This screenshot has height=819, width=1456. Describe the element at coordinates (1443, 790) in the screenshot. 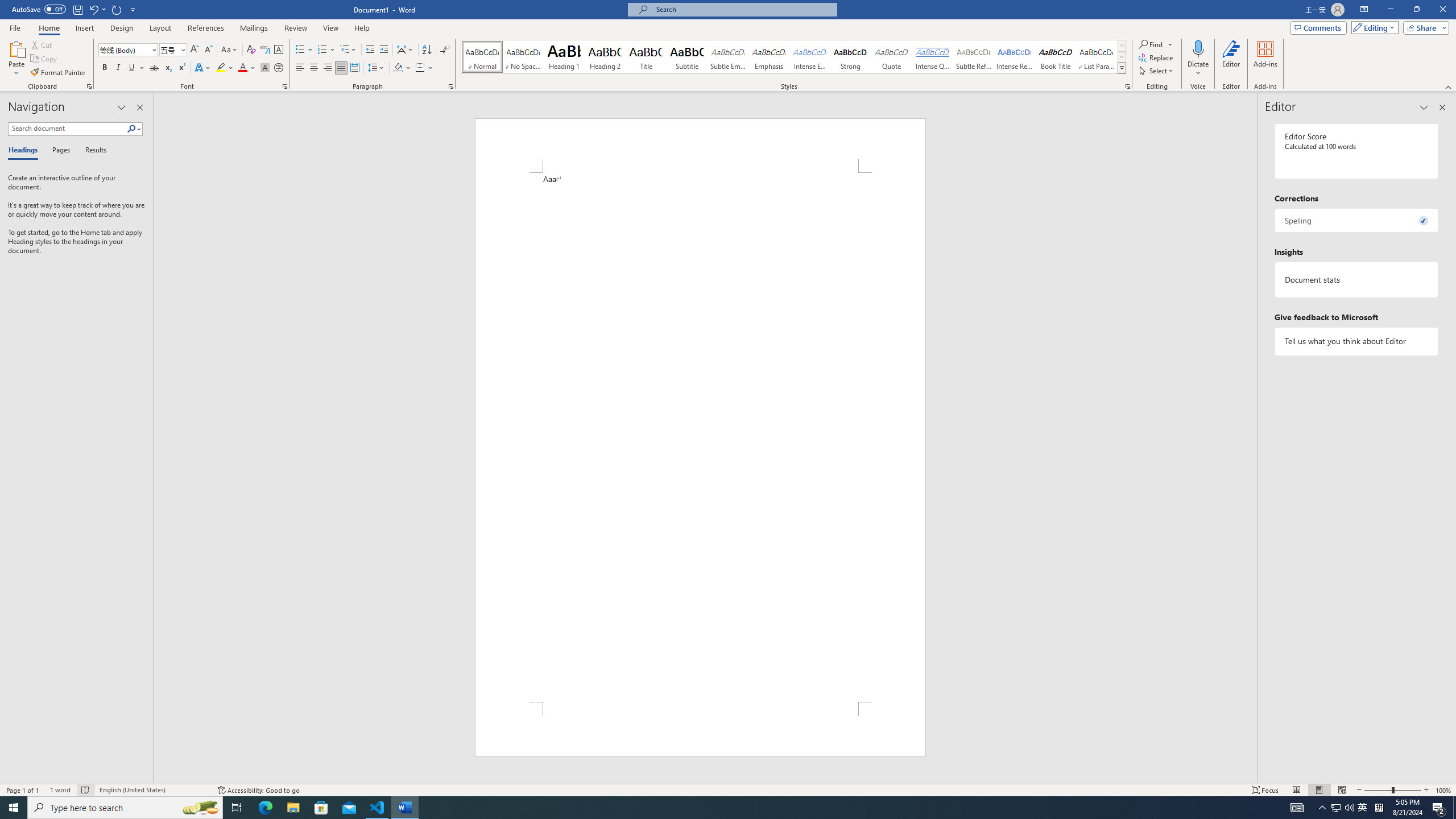

I see `'Zoom 100%'` at that location.